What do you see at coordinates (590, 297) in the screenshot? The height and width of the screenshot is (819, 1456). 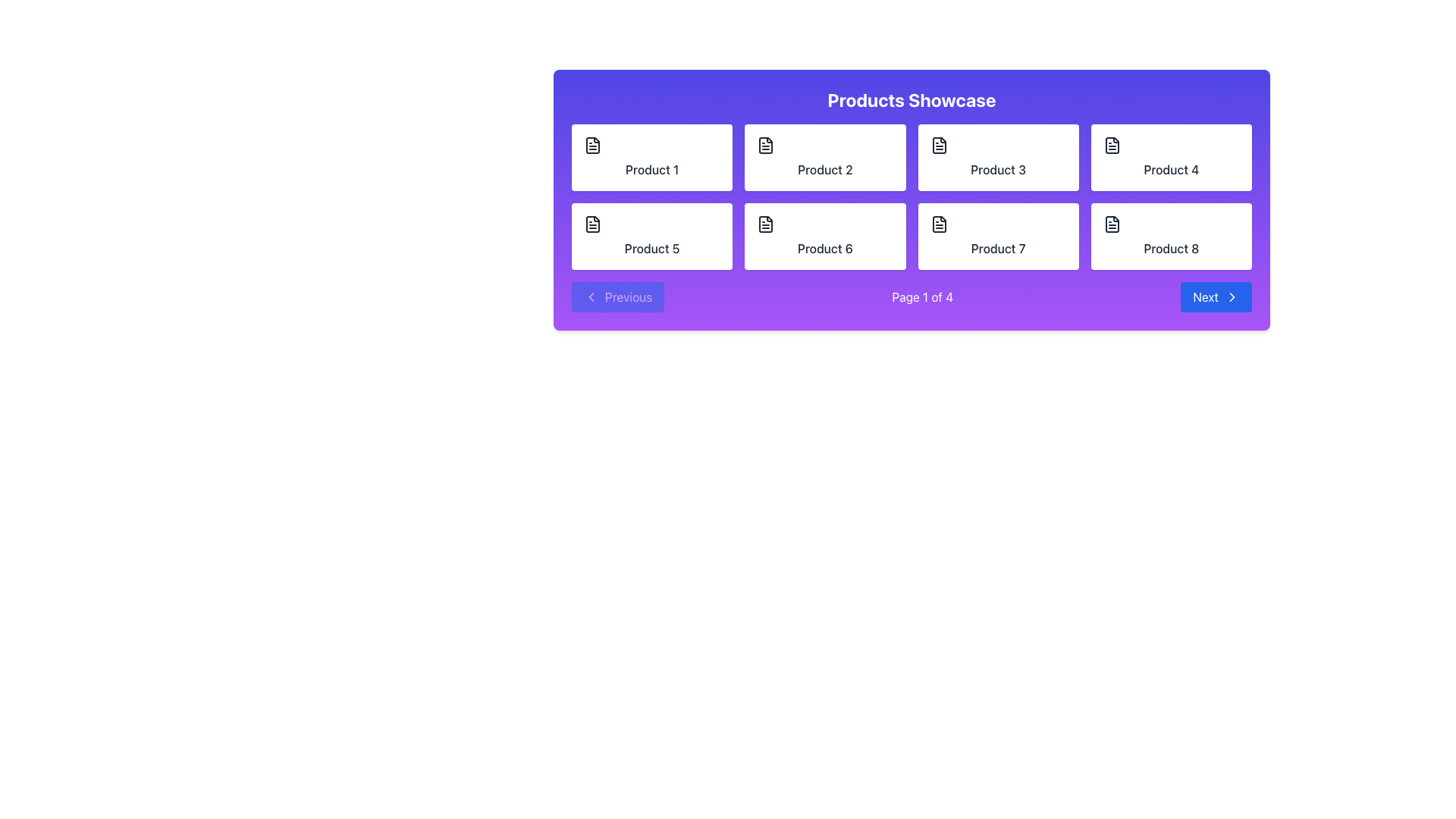 I see `the 'Previous' button which contains the left chevron icon, located at the bottom left corner of the product showcase card` at bounding box center [590, 297].